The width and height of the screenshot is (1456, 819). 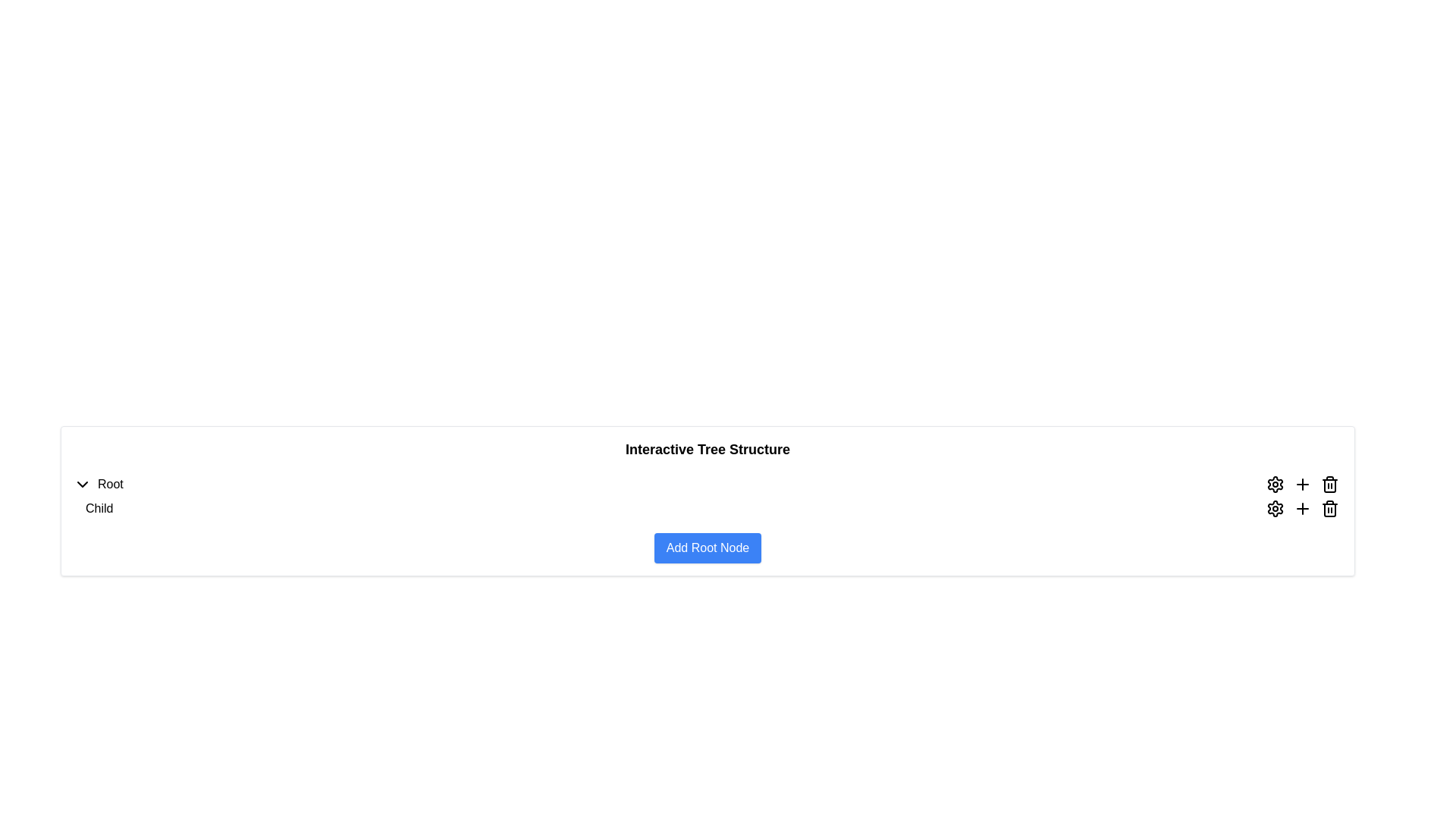 What do you see at coordinates (1274, 485) in the screenshot?
I see `the gear-shaped settings icon located in the bottom-right area of the interface` at bounding box center [1274, 485].